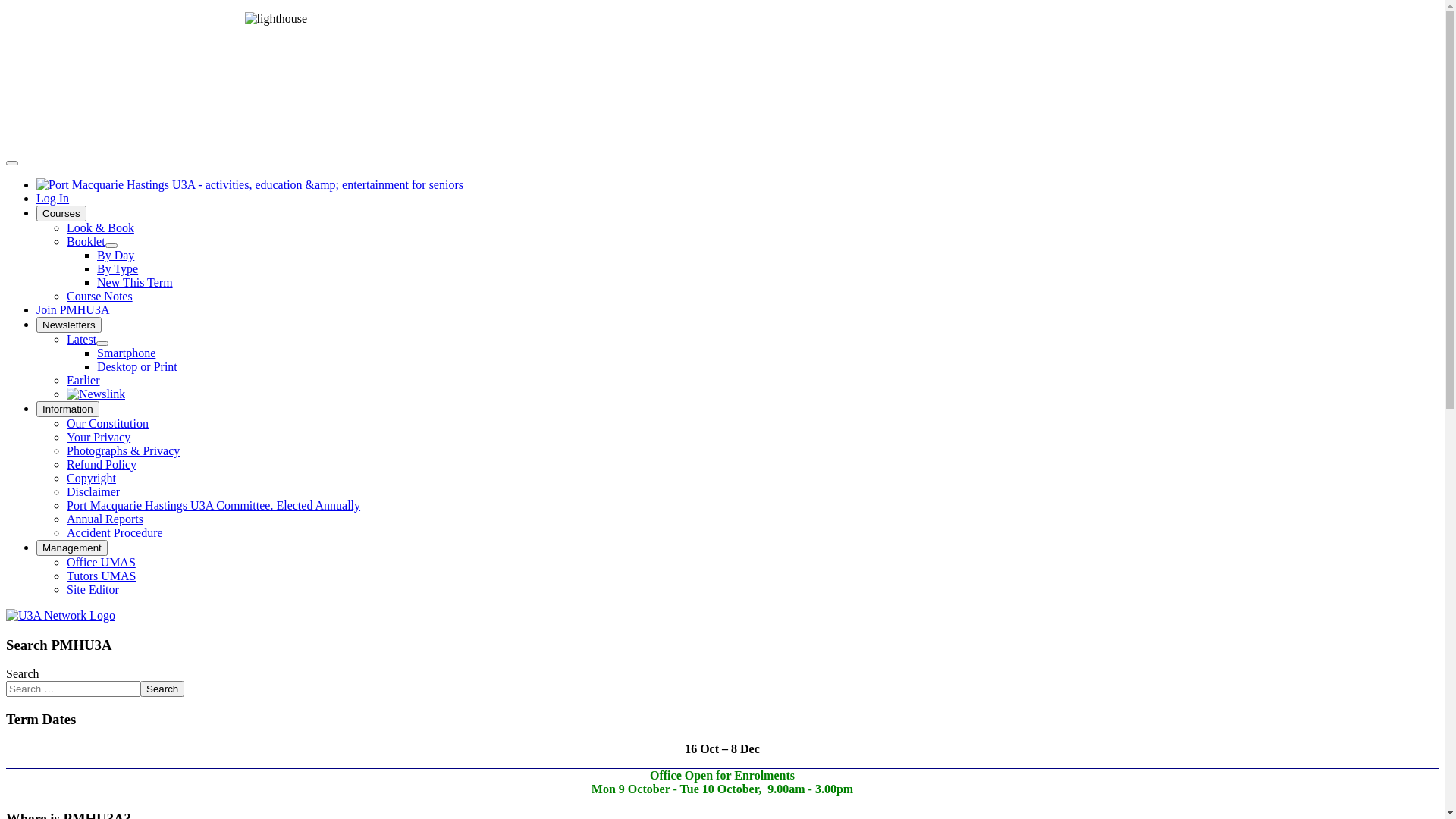 Image resolution: width=1456 pixels, height=819 pixels. What do you see at coordinates (212, 505) in the screenshot?
I see `'Port Macquarie Hastings U3A Committee. Elected Annually'` at bounding box center [212, 505].